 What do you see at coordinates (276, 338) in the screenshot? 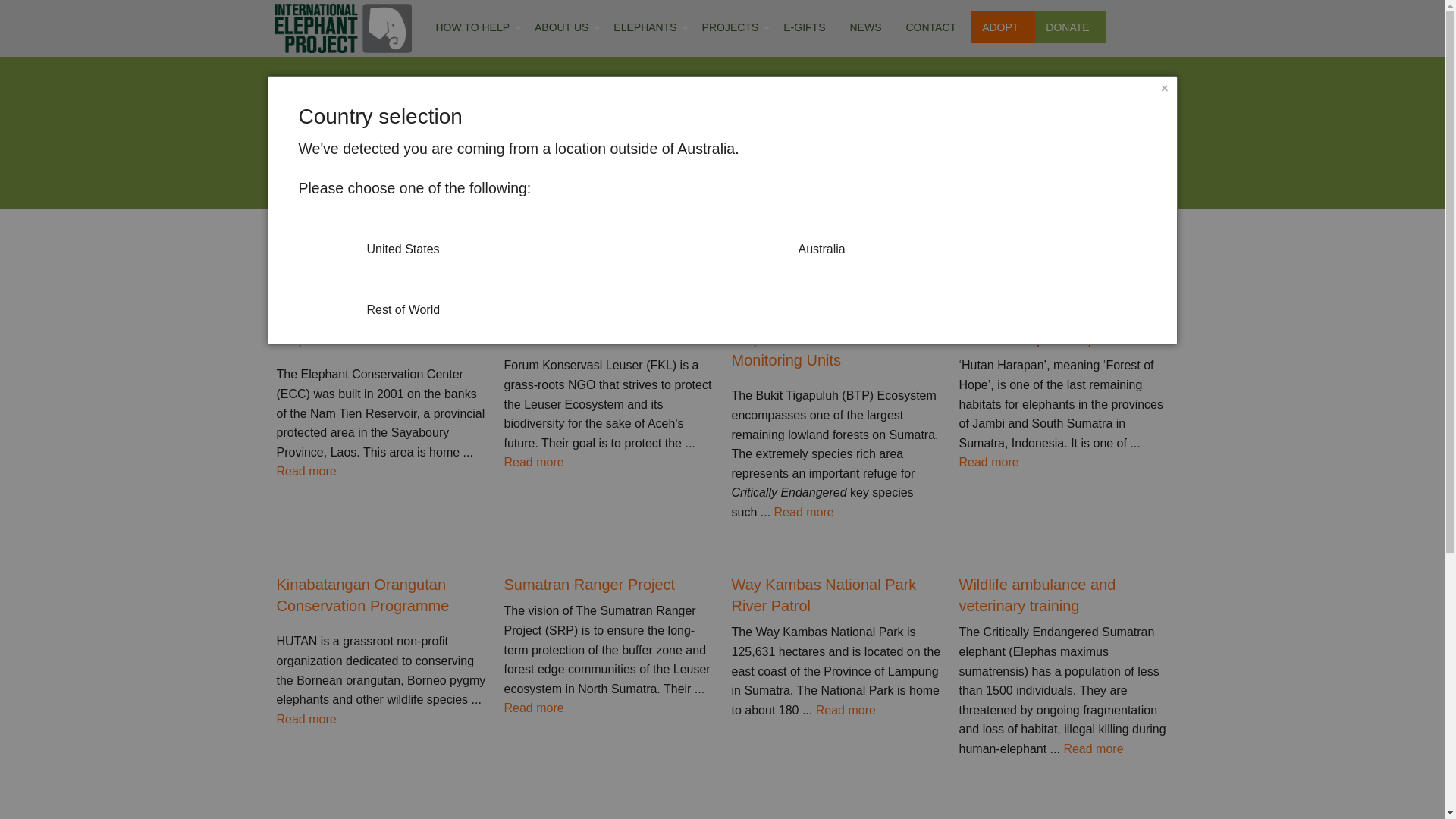
I see `'Elephant Conservation Center'` at bounding box center [276, 338].